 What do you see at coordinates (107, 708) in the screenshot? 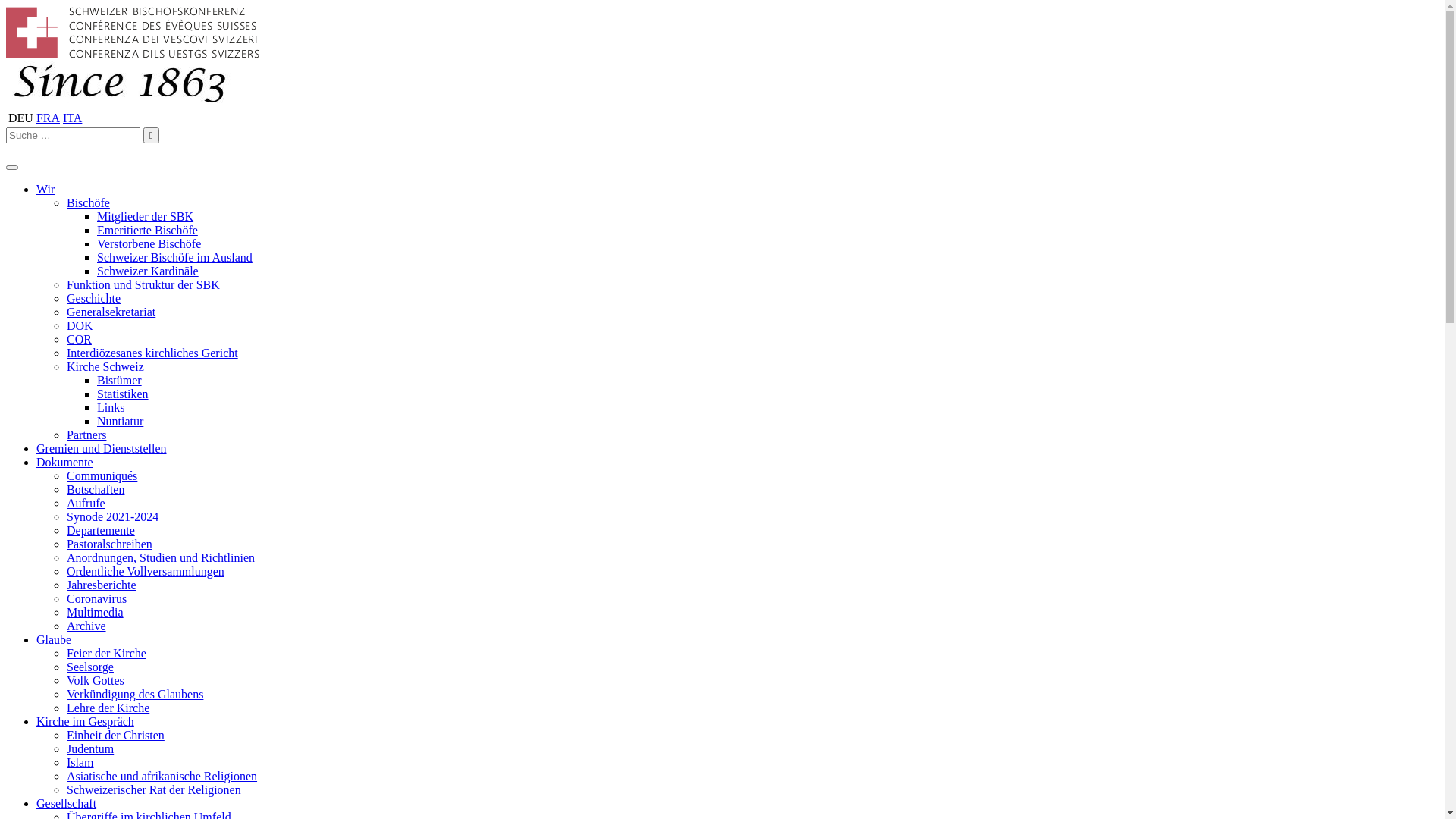
I see `'Lehre der Kirche'` at bounding box center [107, 708].